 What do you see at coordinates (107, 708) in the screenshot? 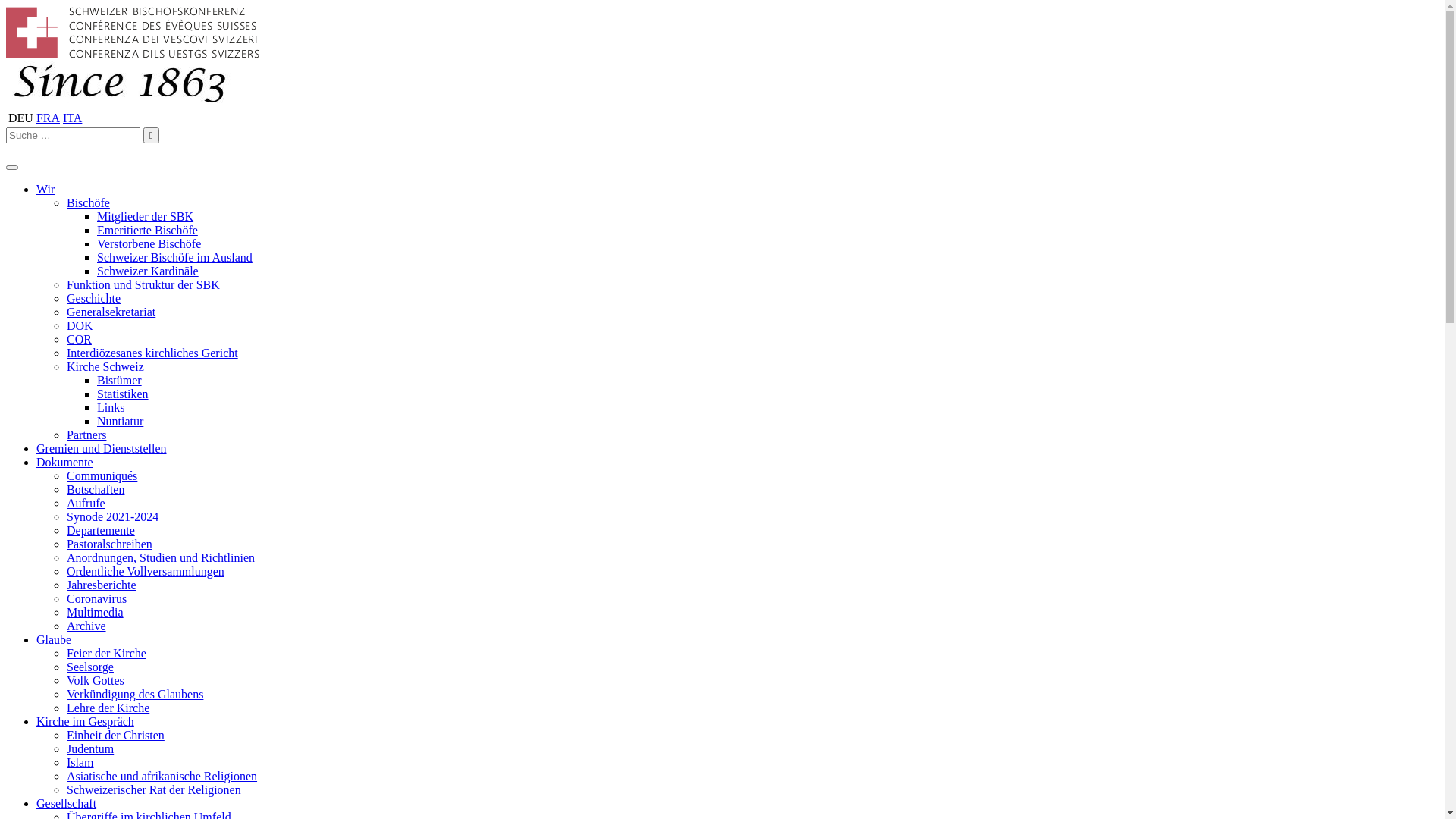
I see `'Lehre der Kirche'` at bounding box center [107, 708].